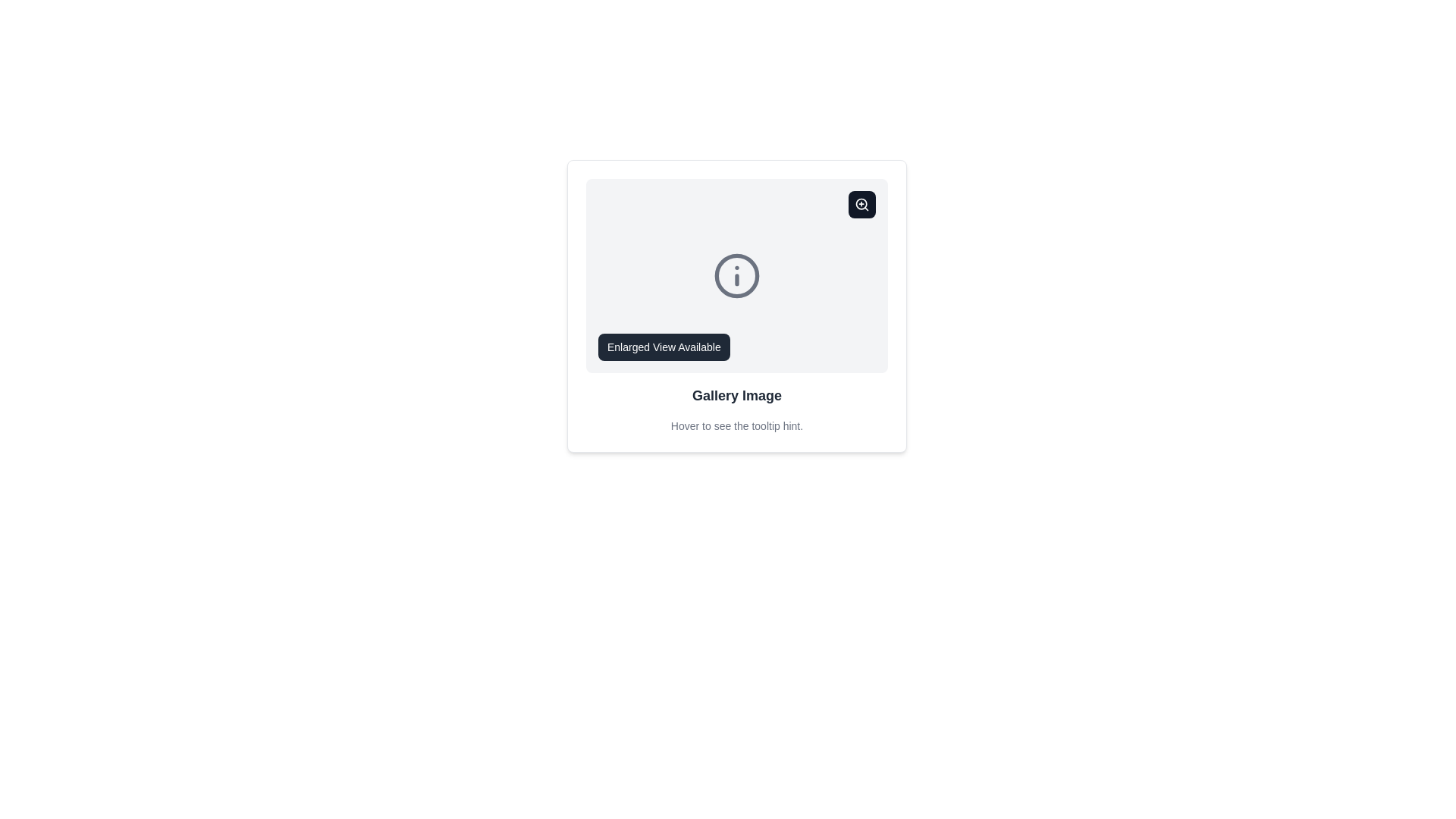 Image resolution: width=1456 pixels, height=819 pixels. Describe the element at coordinates (861, 203) in the screenshot. I see `the Circle element inside the SVG graphic located in the top-right corner of the gallery image section` at that location.